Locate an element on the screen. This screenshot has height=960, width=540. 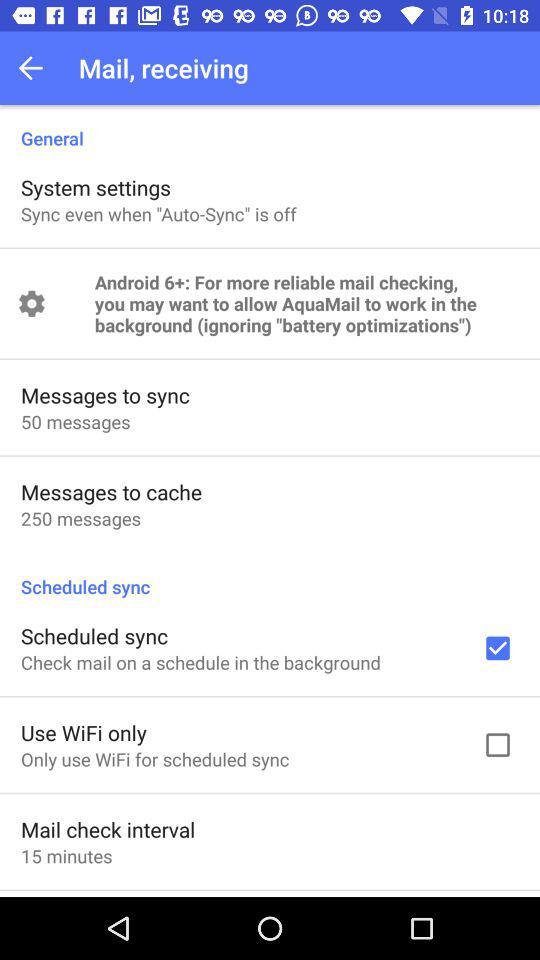
the item next to android 6 for item is located at coordinates (30, 303).